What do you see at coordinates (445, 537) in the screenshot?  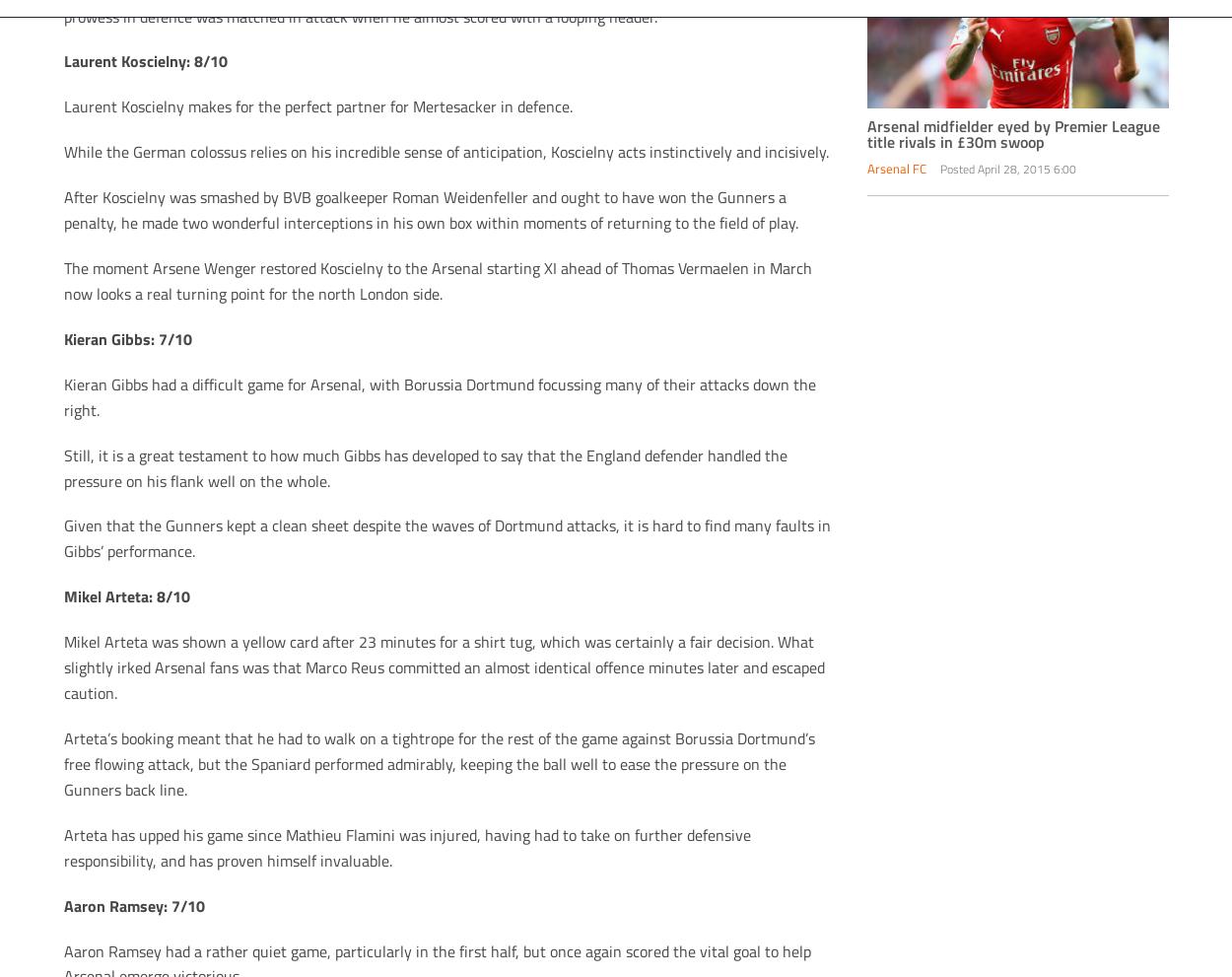 I see `'Given that the Gunners kept a clean sheet despite the waves of Dortmund attacks, it is hard to find many faults in Gibbs’ performance.'` at bounding box center [445, 537].